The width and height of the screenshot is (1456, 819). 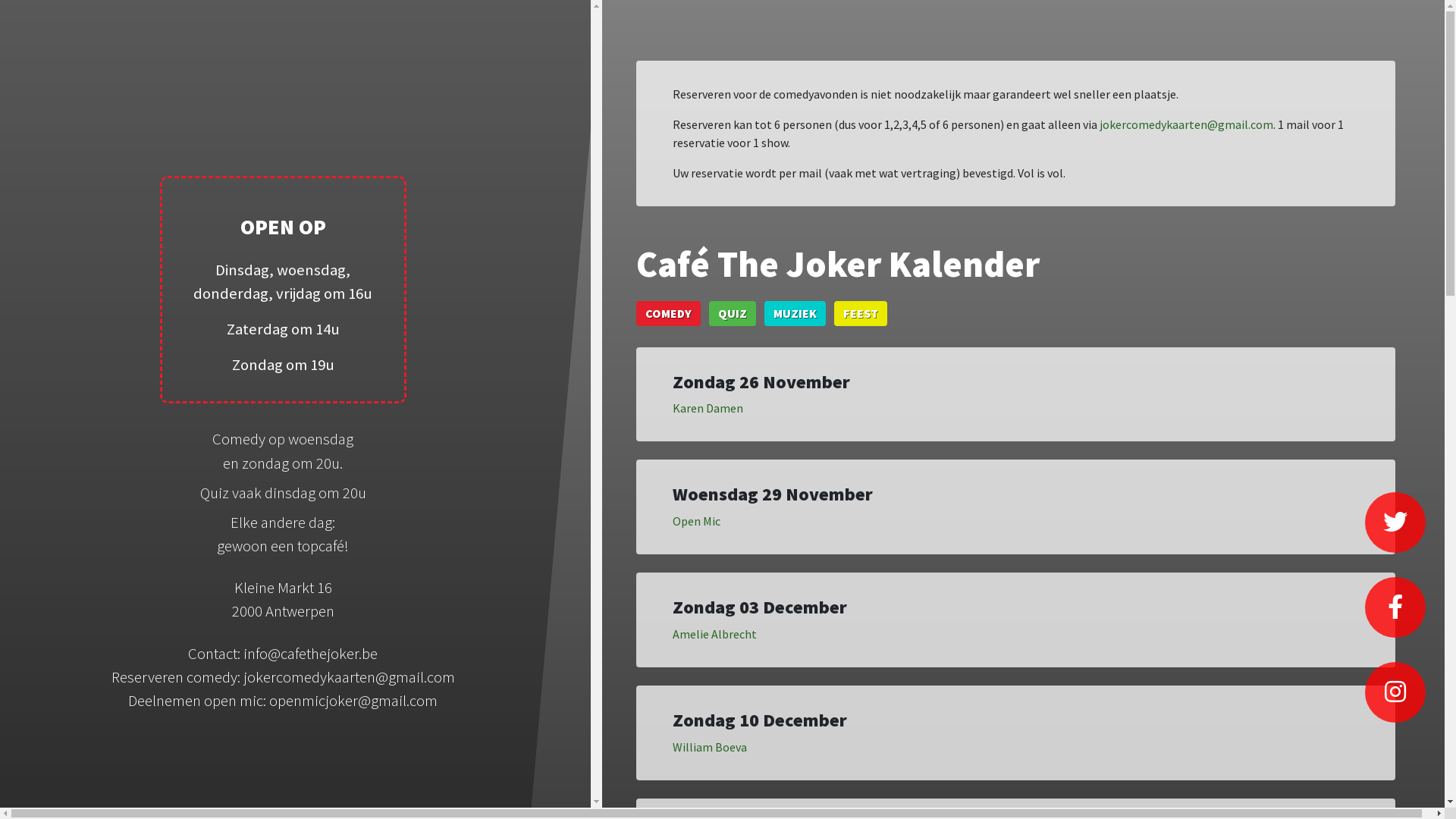 I want to click on 'jokercomedykaarten@gmail.com', so click(x=1185, y=124).